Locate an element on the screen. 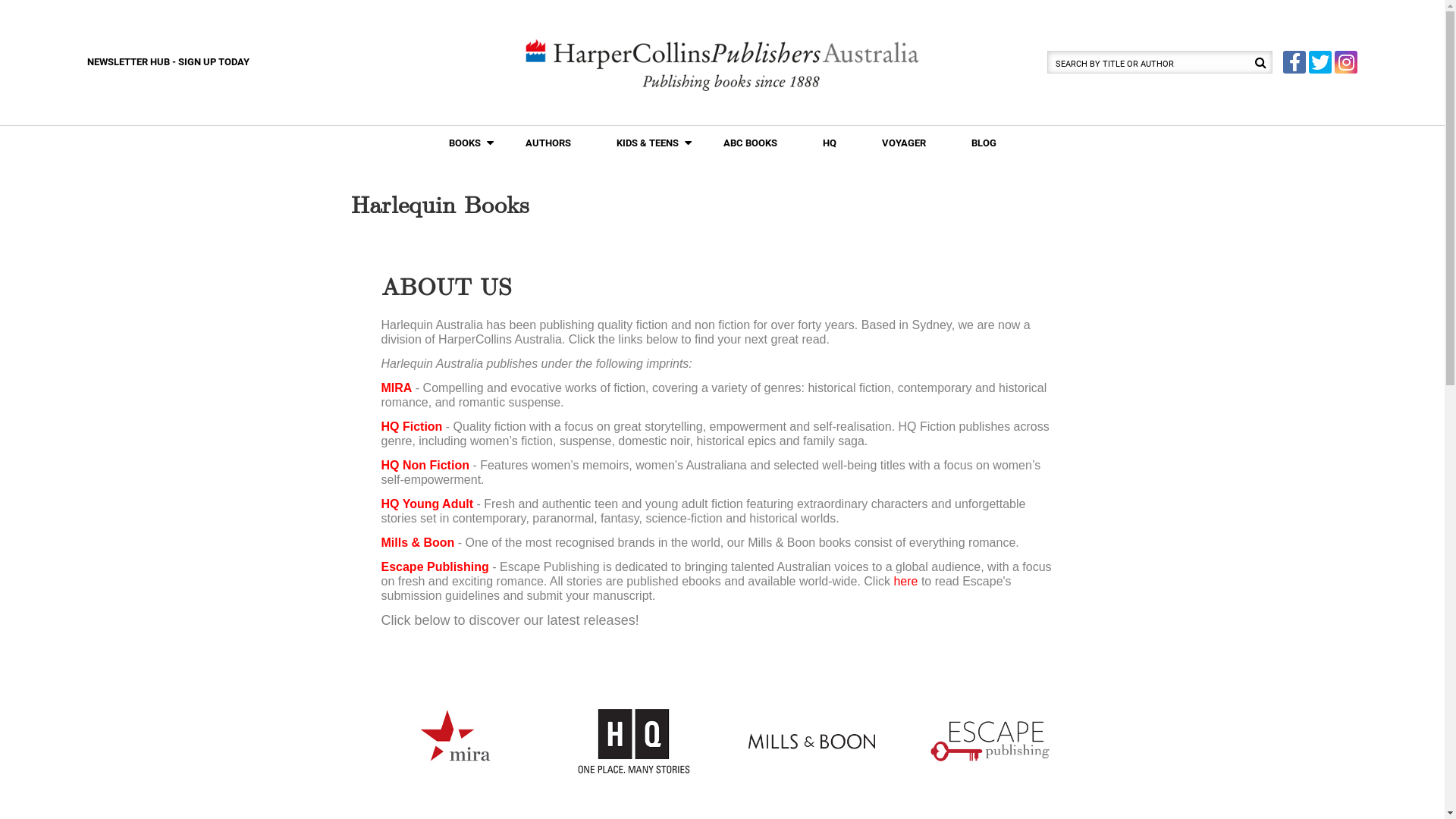 The image size is (1456, 819). 'Facebook' is located at coordinates (1294, 61).